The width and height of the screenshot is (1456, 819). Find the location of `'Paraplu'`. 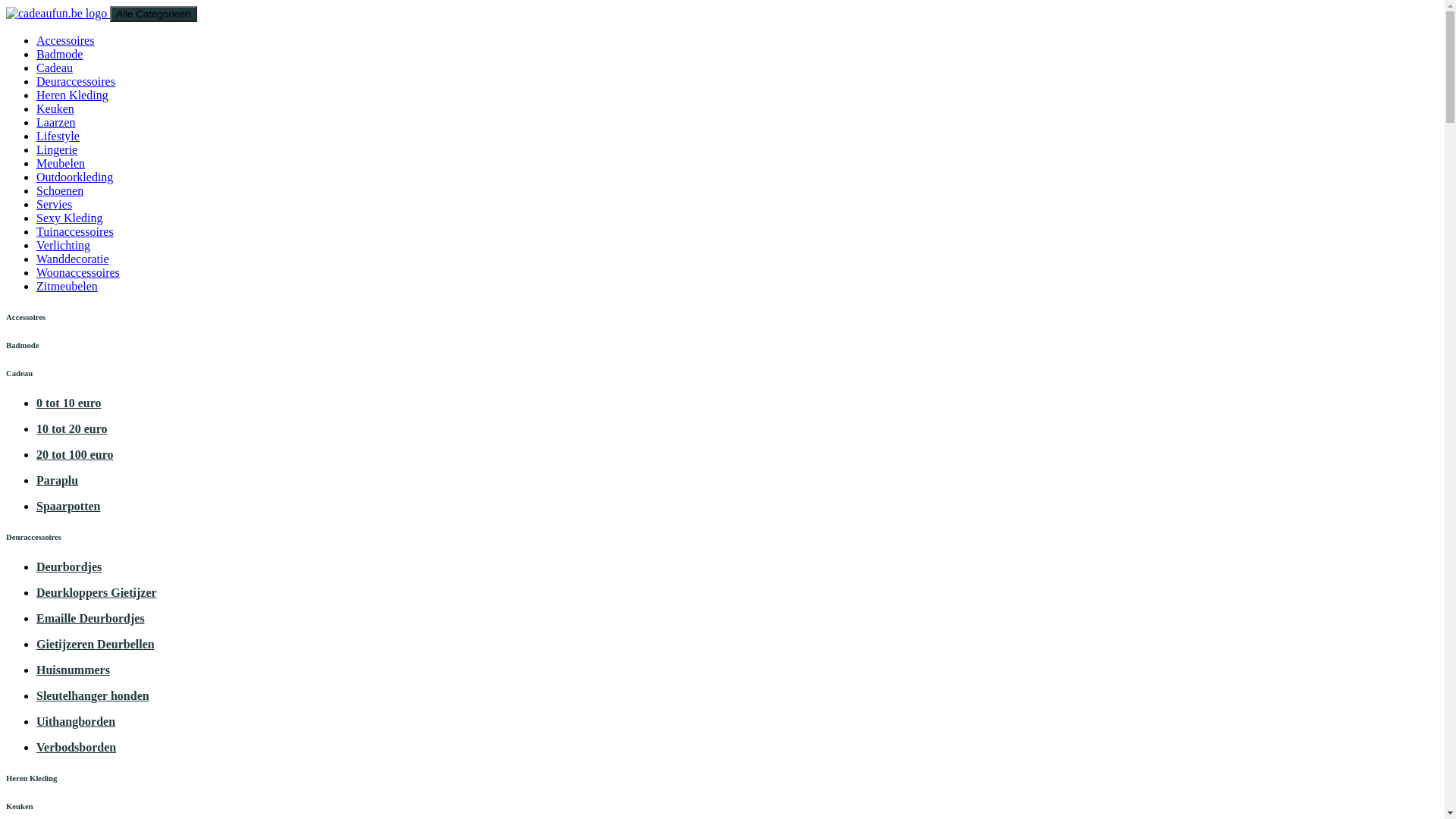

'Paraplu' is located at coordinates (57, 480).